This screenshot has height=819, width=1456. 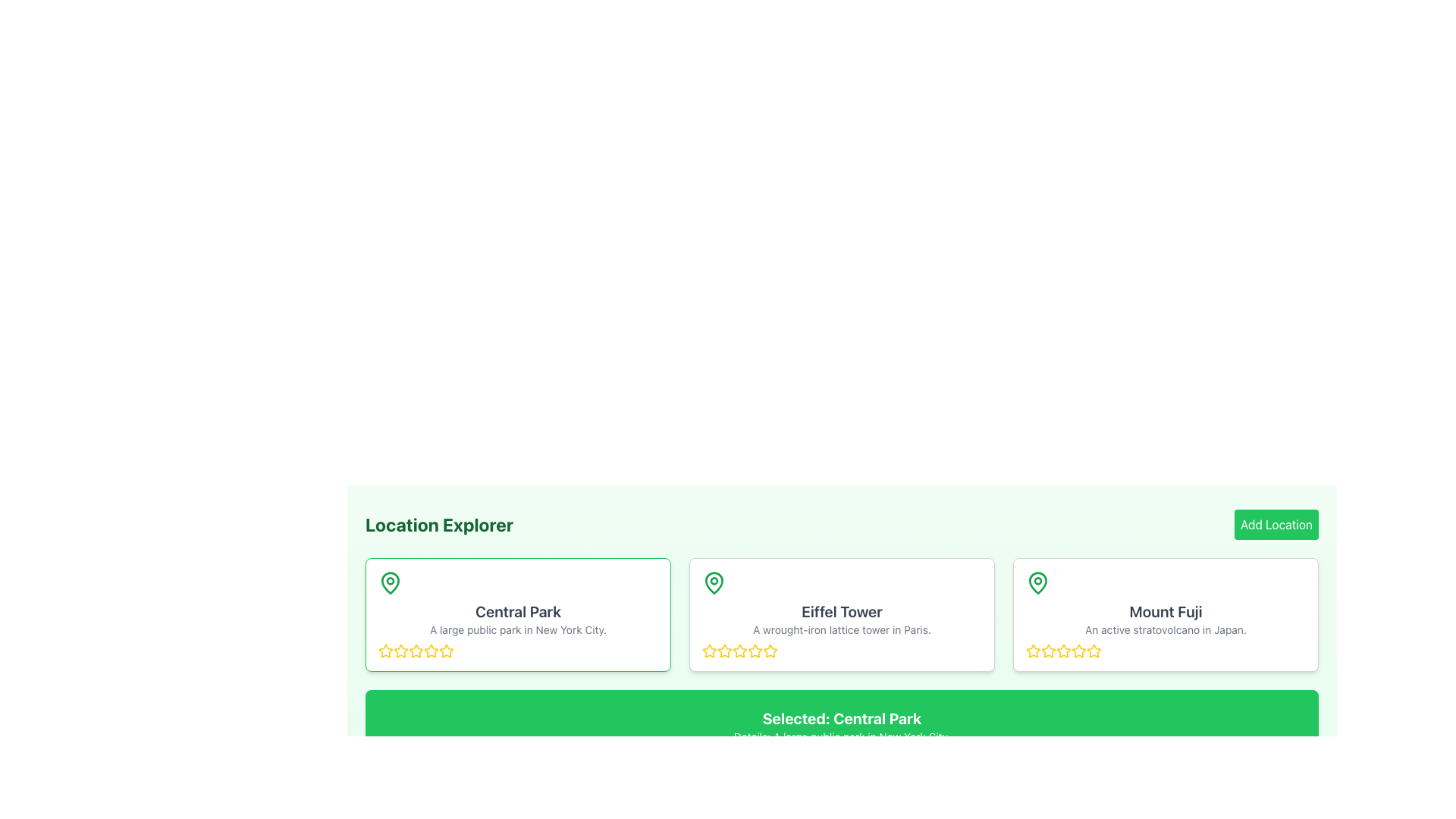 What do you see at coordinates (770, 650) in the screenshot?
I see `the fourth star icon in the rating system for the 'Eiffel Tower' card` at bounding box center [770, 650].